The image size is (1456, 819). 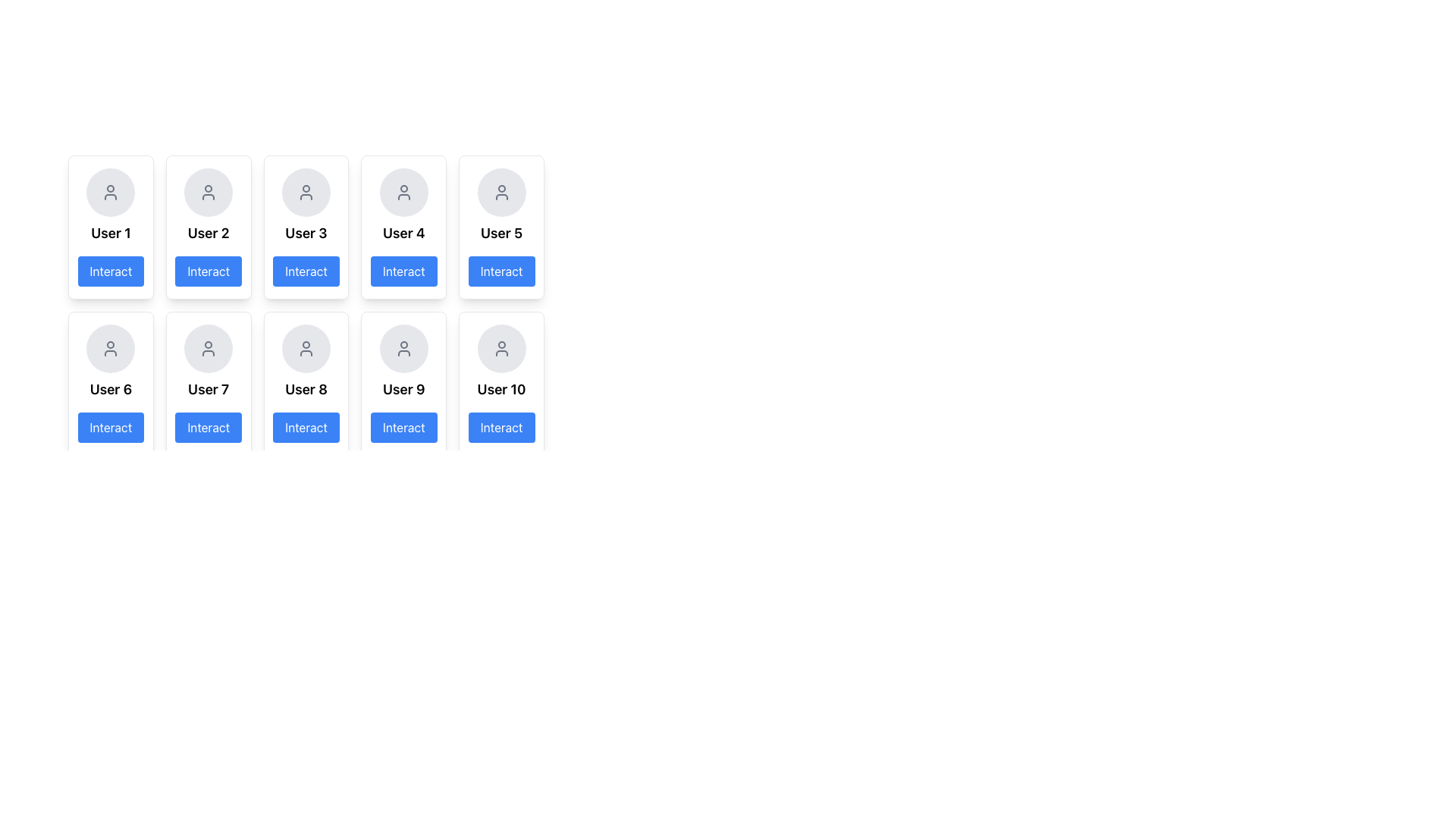 I want to click on the text label displaying 'User 3', which is located below the avatar icon and above the 'Interact' button in the third card of the top row in a 5x2 grid layout, so click(x=305, y=234).